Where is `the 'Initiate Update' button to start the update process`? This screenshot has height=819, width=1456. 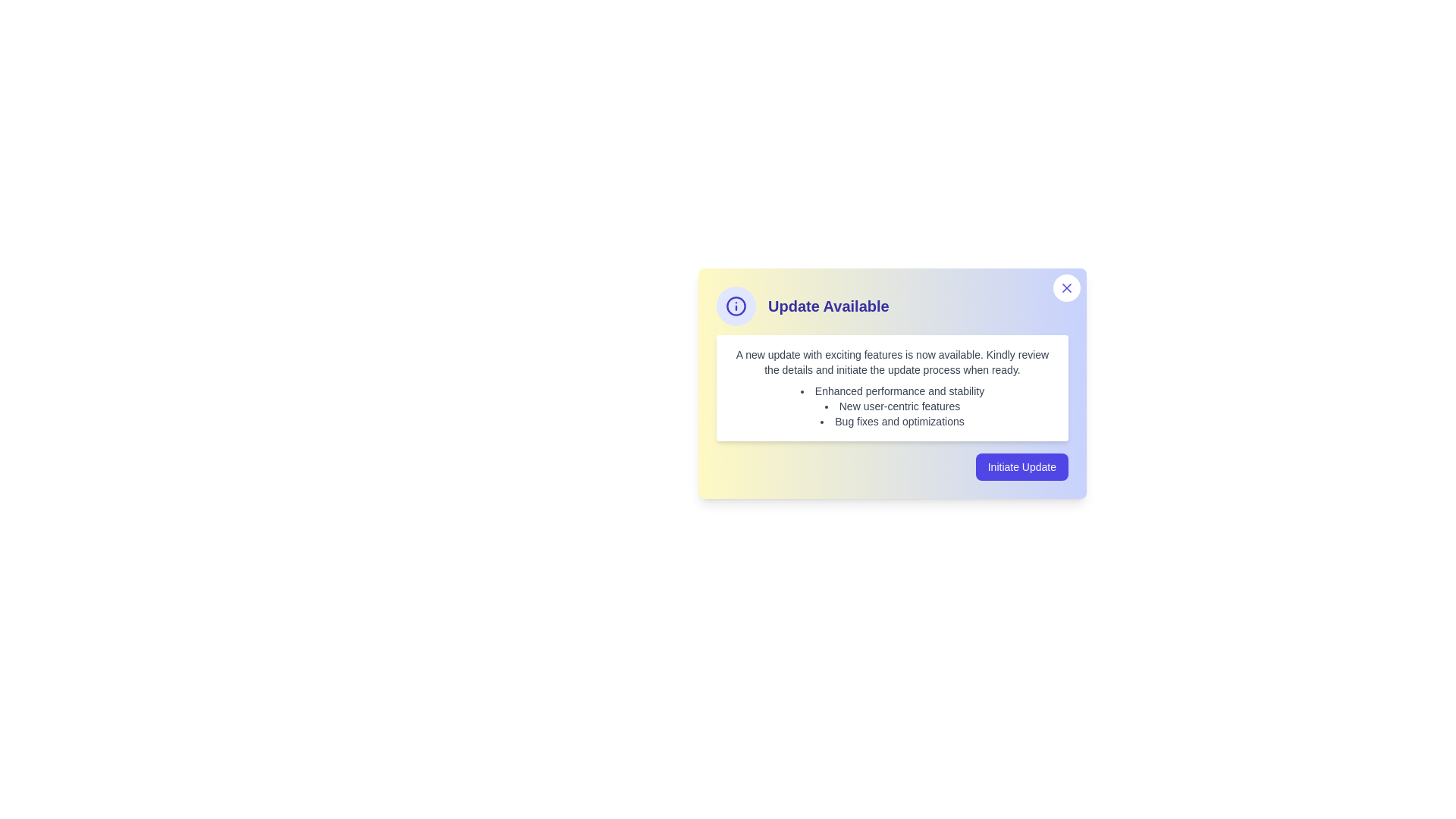
the 'Initiate Update' button to start the update process is located at coordinates (1021, 466).